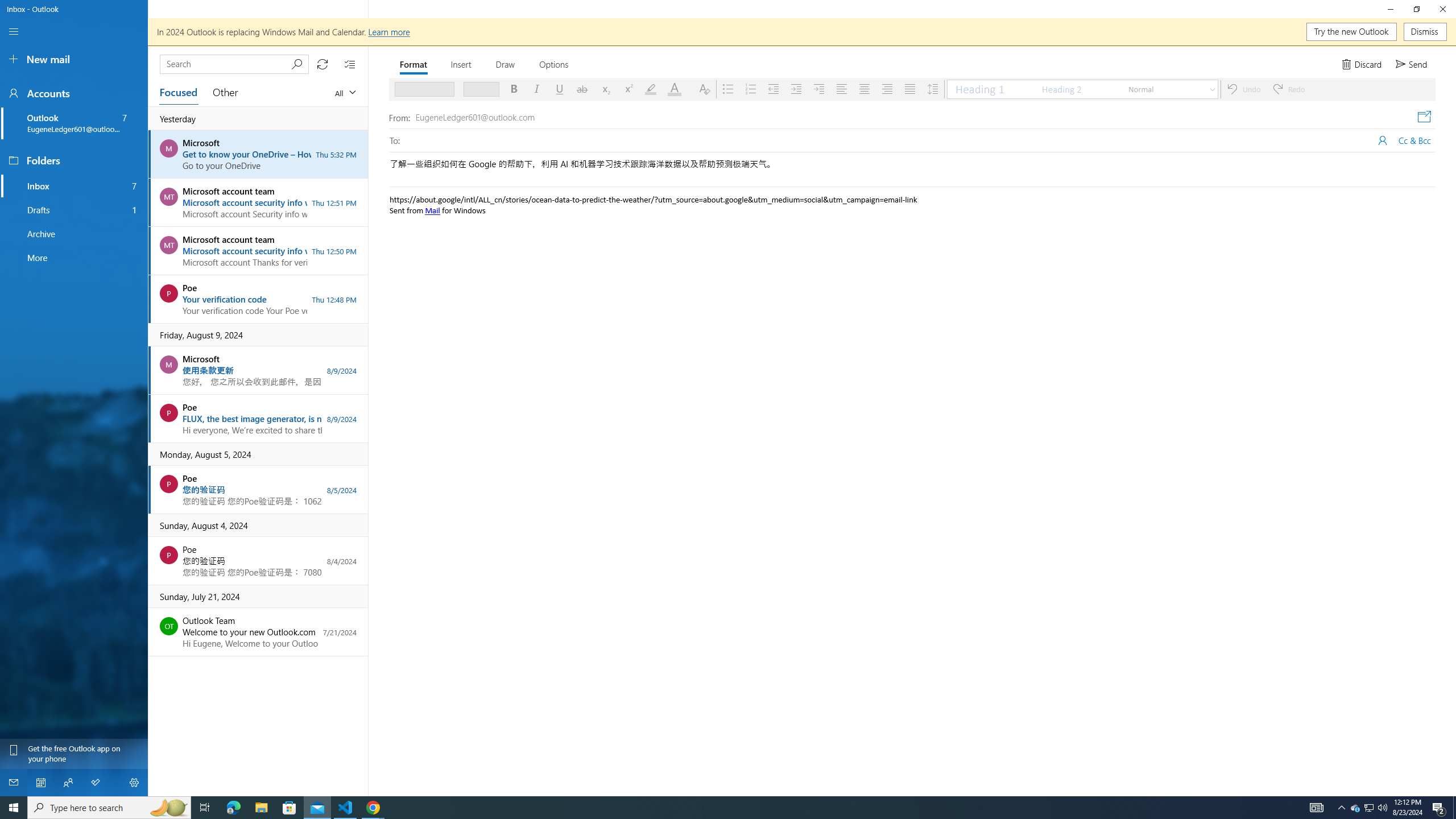 This screenshot has height=819, width=1456. I want to click on 'Subject', so click(913, 169).